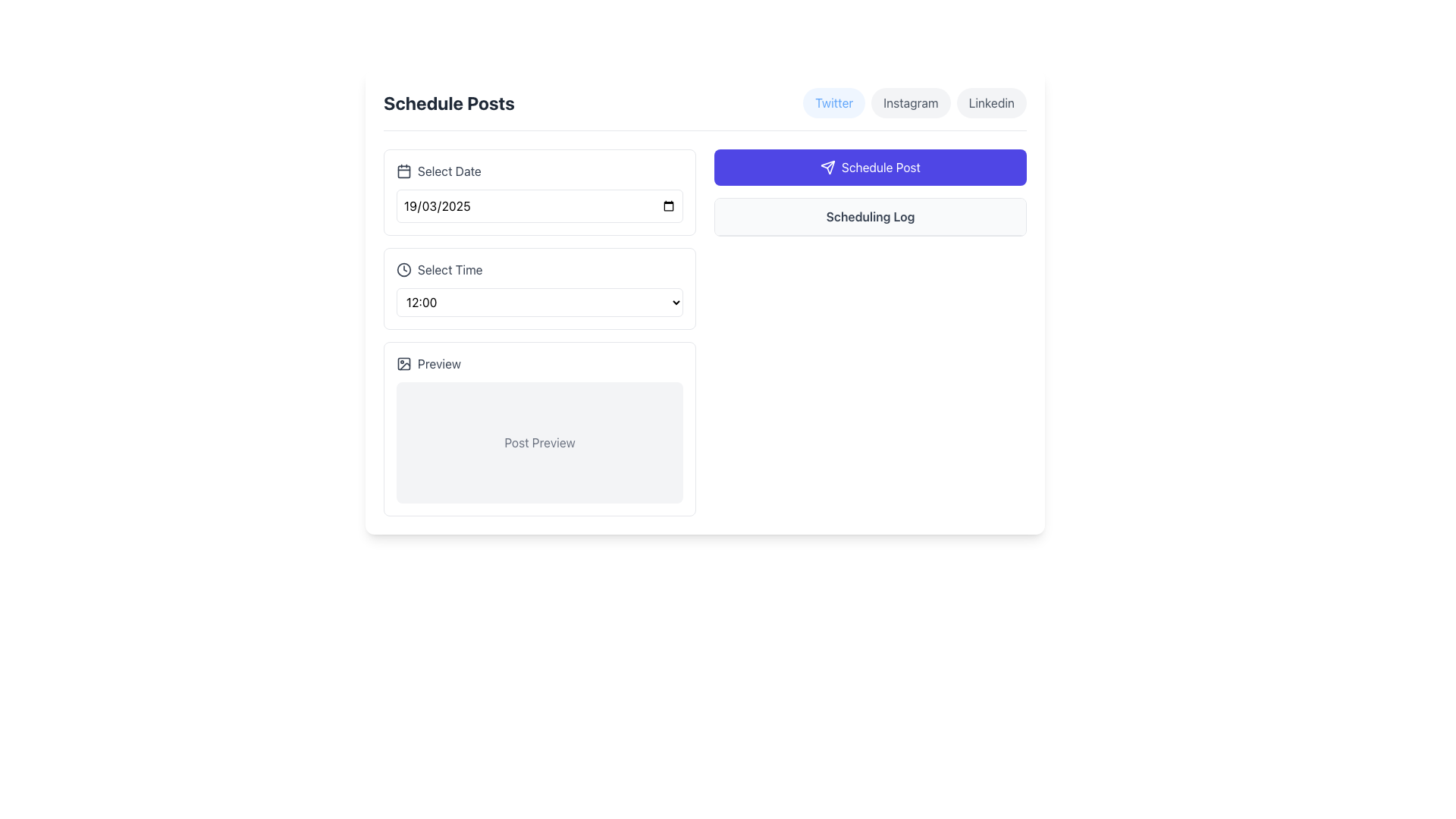 The width and height of the screenshot is (1456, 819). What do you see at coordinates (539, 442) in the screenshot?
I see `the 'Post Preview' box, which is a rectangular element with rounded corners and a light gray background, located below the 'Preview' text and icon` at bounding box center [539, 442].